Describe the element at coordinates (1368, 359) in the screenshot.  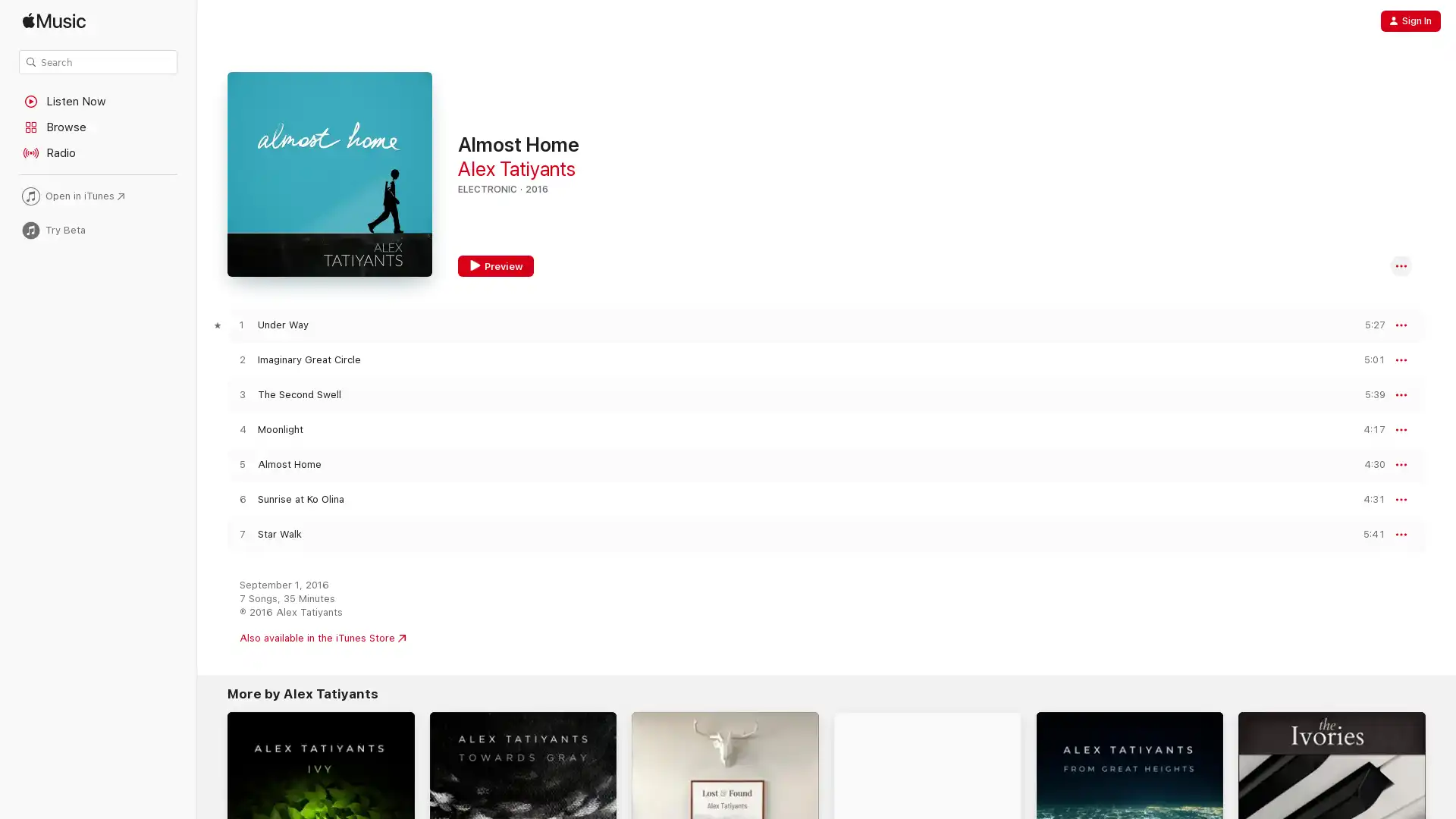
I see `Preview` at that location.